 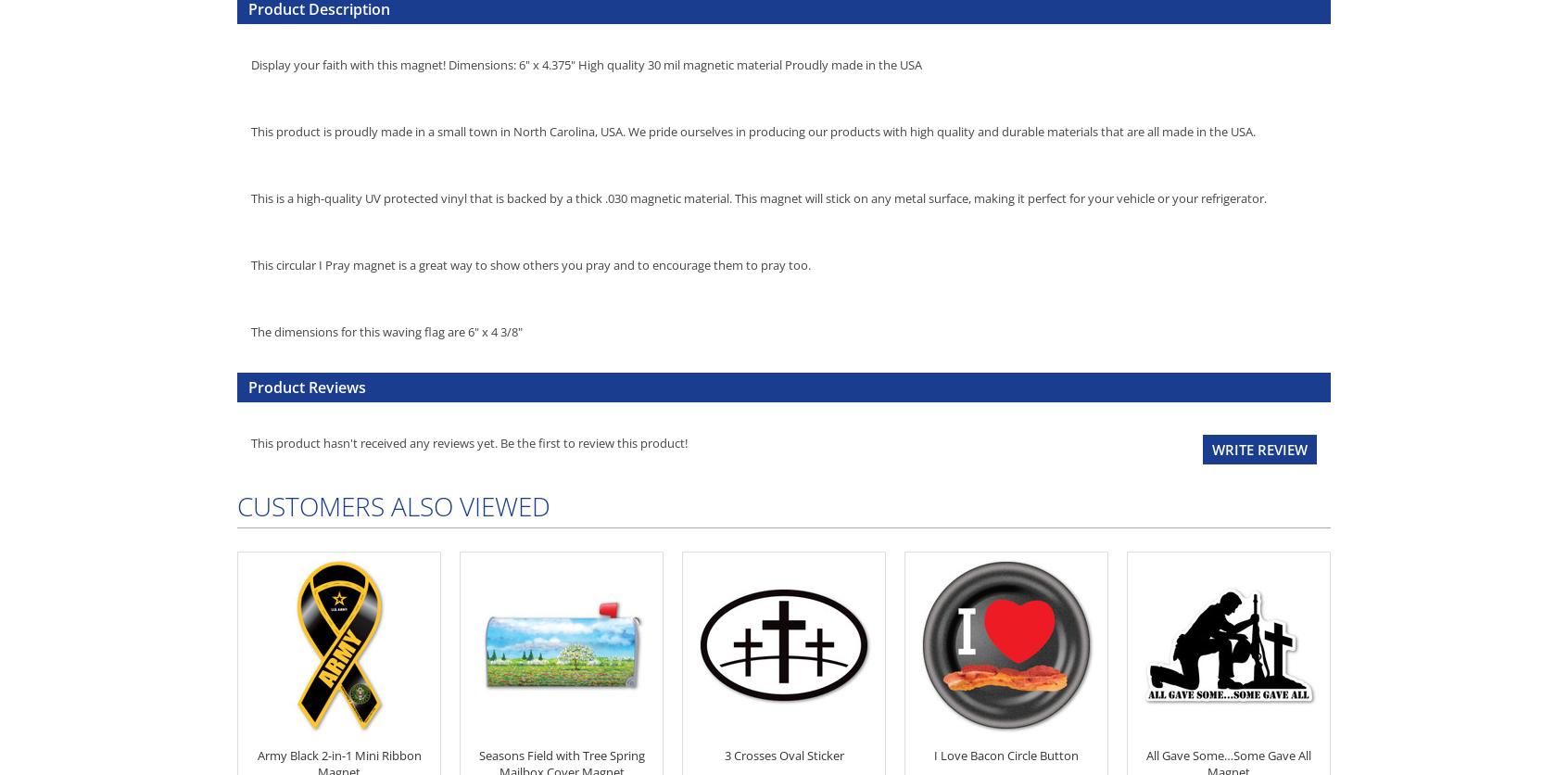 What do you see at coordinates (758, 197) in the screenshot?
I see `'This is a high-quality UV protected vinyl that is backed by a thick .030 magnetic material. This magnet will stick on any metal surface, making it perfect for your vehicle or your refrigerator.'` at bounding box center [758, 197].